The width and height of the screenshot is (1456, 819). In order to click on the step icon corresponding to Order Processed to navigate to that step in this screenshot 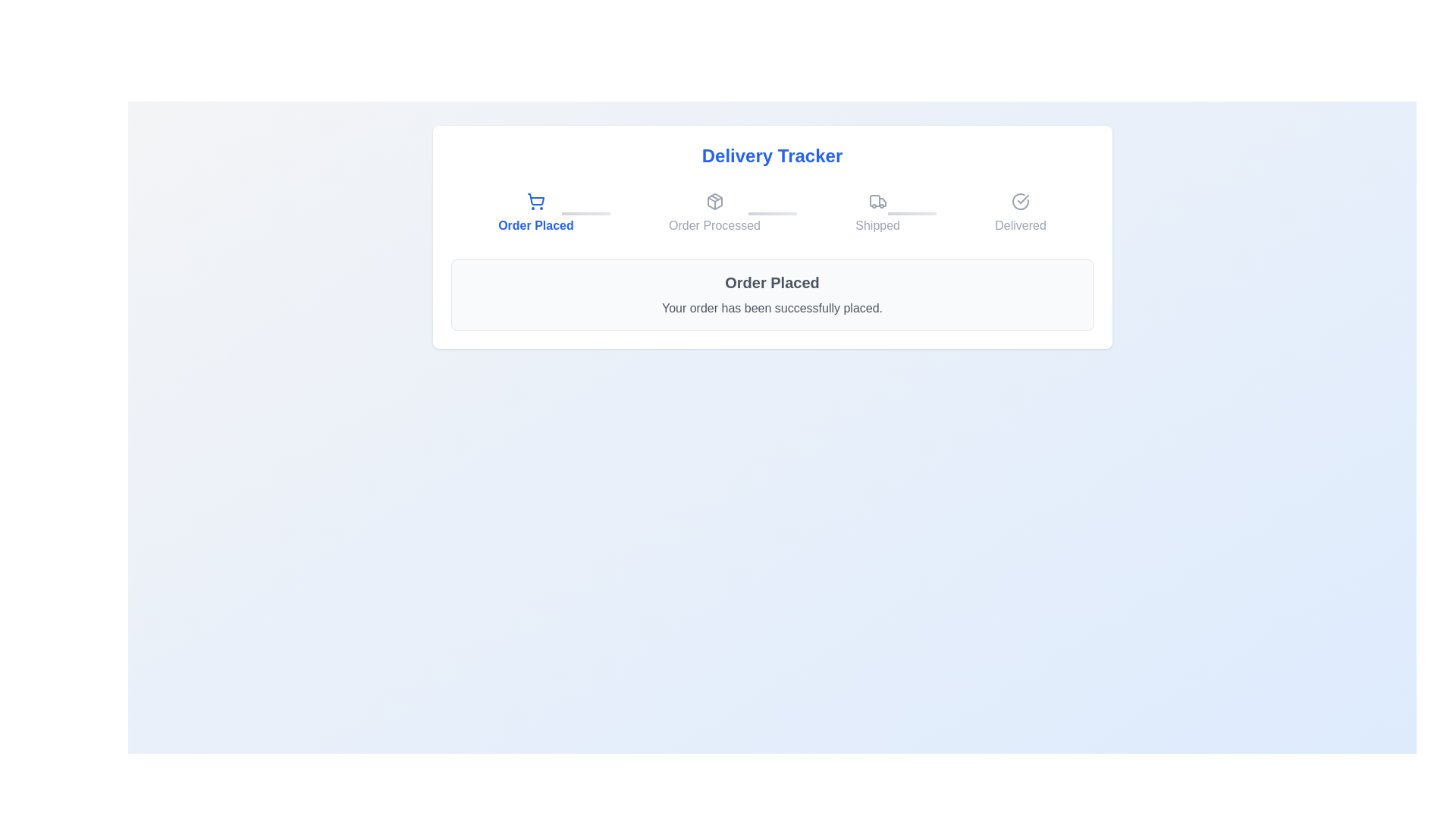, I will do `click(714, 213)`.